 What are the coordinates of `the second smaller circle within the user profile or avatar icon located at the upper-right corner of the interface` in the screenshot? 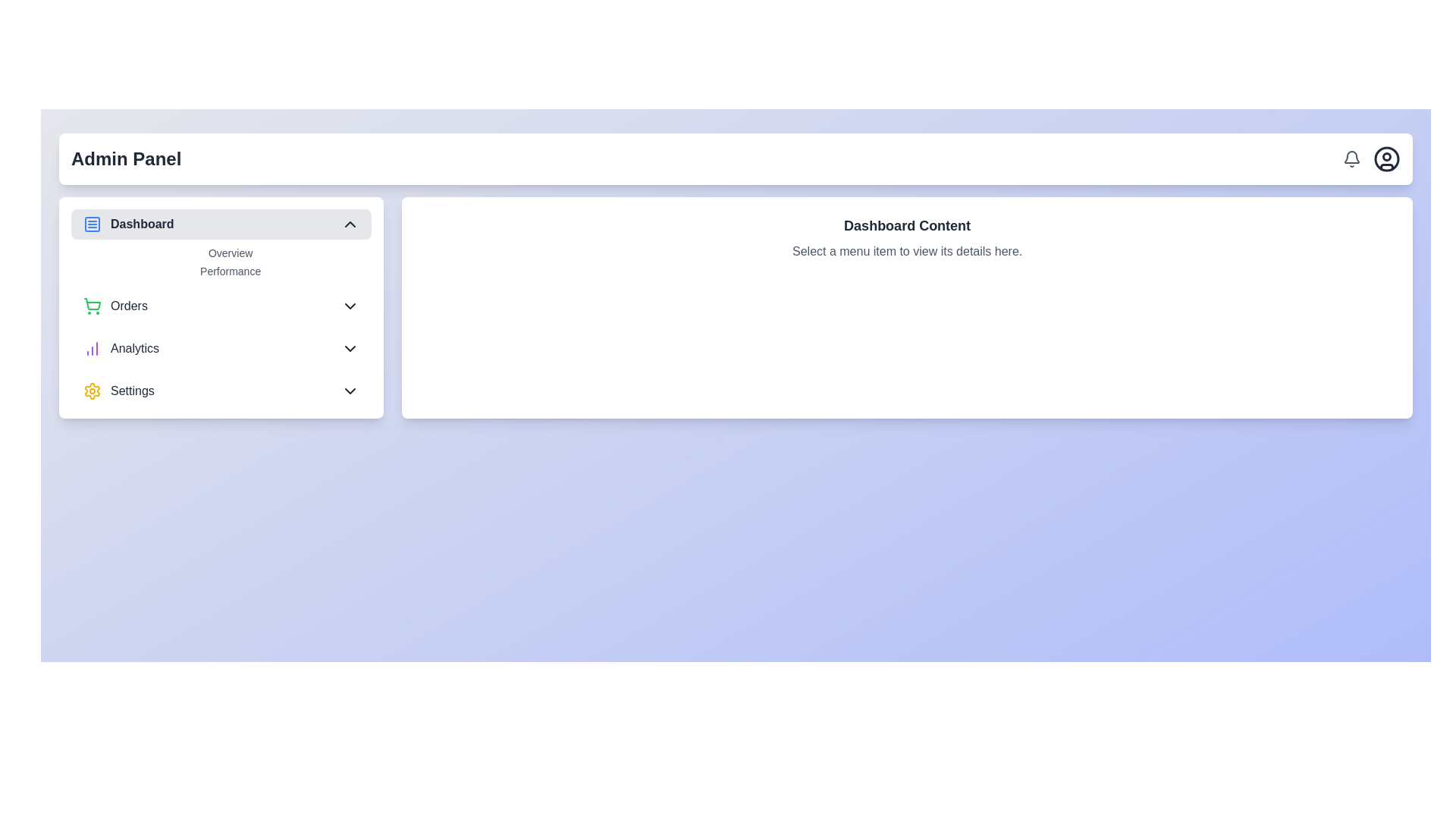 It's located at (1386, 157).